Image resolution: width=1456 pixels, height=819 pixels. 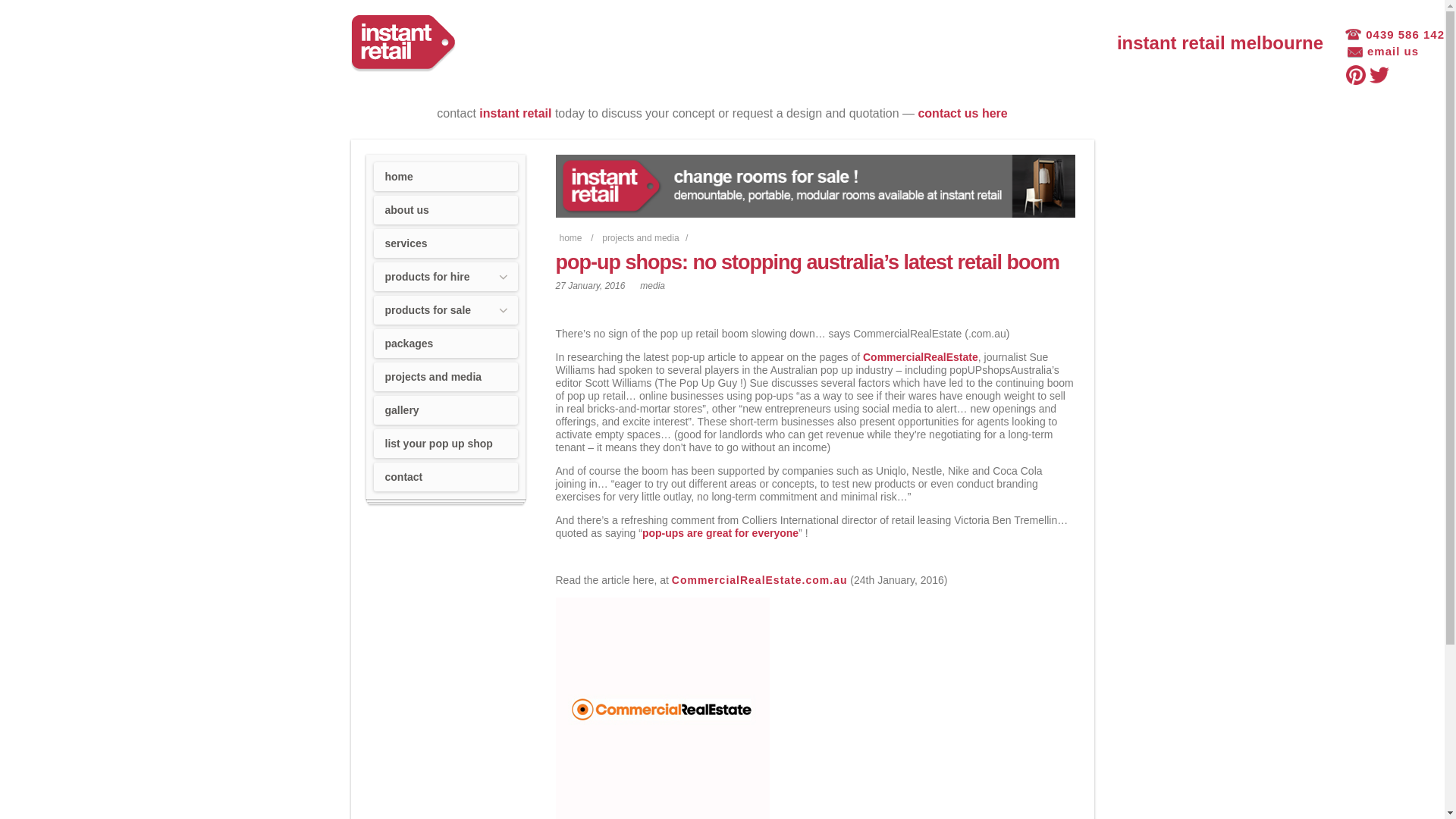 What do you see at coordinates (1383, 52) in the screenshot?
I see `'email us'` at bounding box center [1383, 52].